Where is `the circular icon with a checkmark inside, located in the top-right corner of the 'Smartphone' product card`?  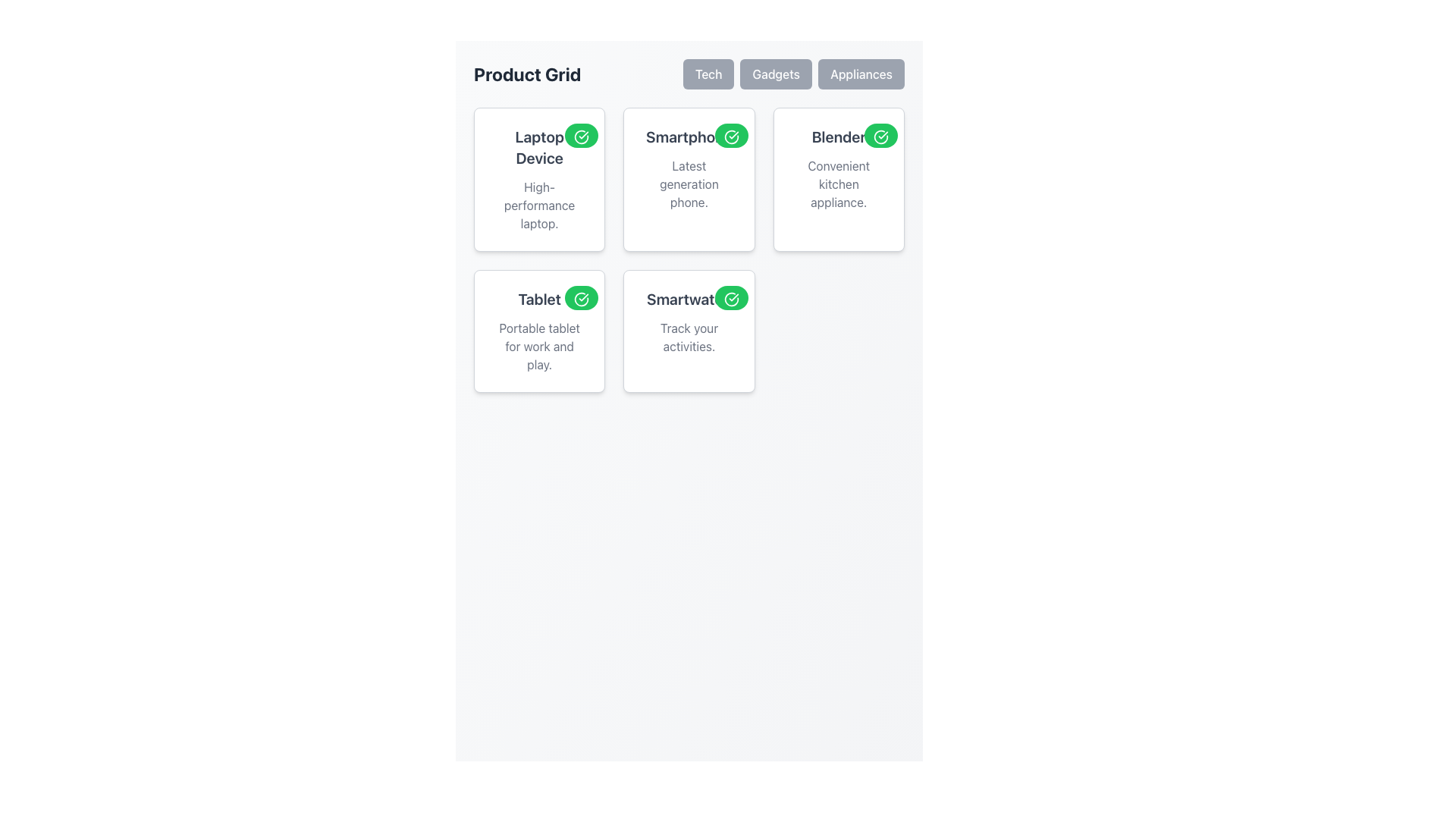
the circular icon with a checkmark inside, located in the top-right corner of the 'Smartphone' product card is located at coordinates (731, 136).